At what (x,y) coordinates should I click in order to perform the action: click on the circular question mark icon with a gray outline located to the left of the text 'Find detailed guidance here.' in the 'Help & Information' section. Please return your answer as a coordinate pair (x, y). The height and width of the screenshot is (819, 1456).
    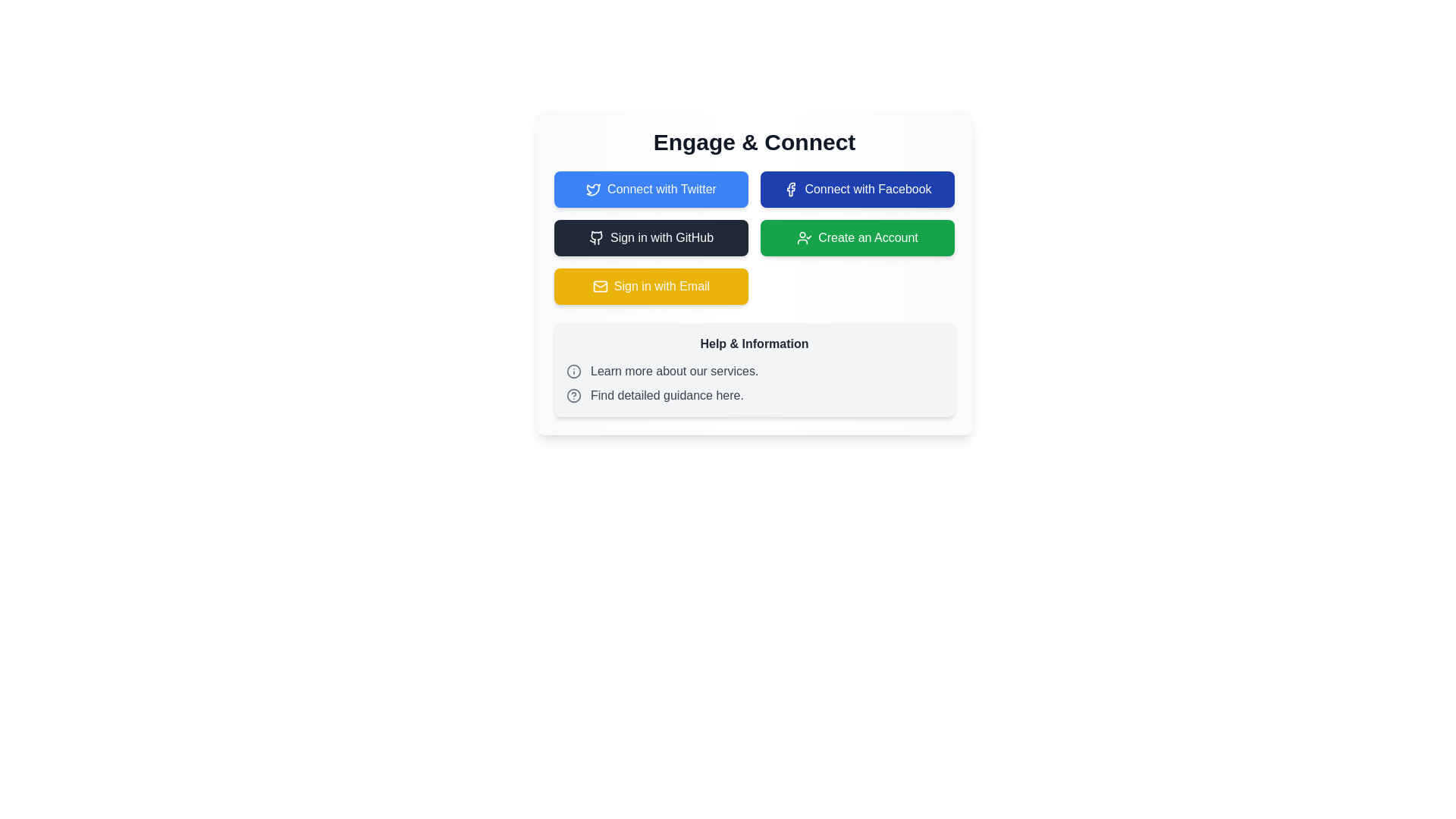
    Looking at the image, I should click on (573, 394).